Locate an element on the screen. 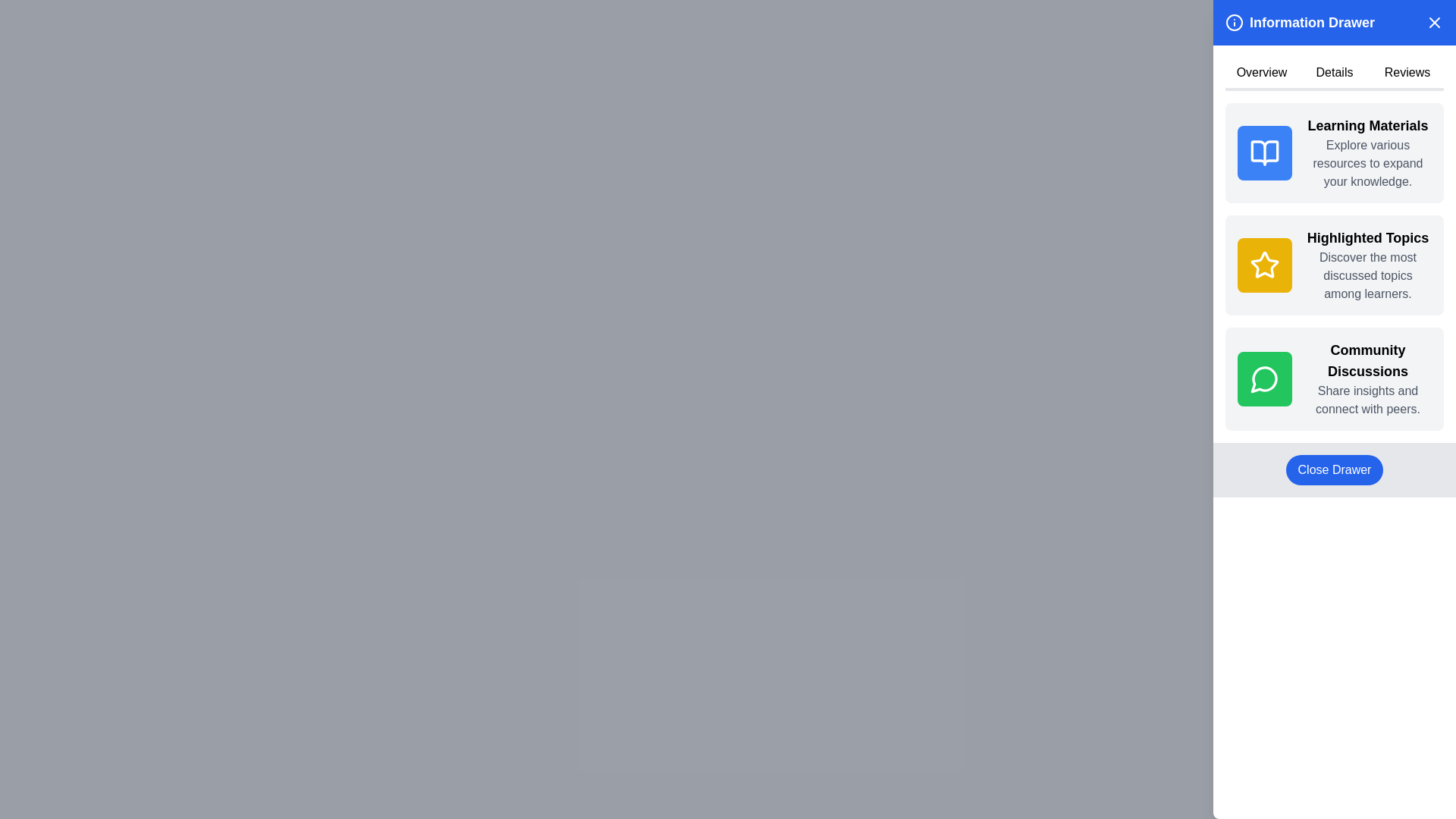 The height and width of the screenshot is (819, 1456). the button with rounded edges and a blue background labeled 'Close Drawer' is located at coordinates (1335, 469).